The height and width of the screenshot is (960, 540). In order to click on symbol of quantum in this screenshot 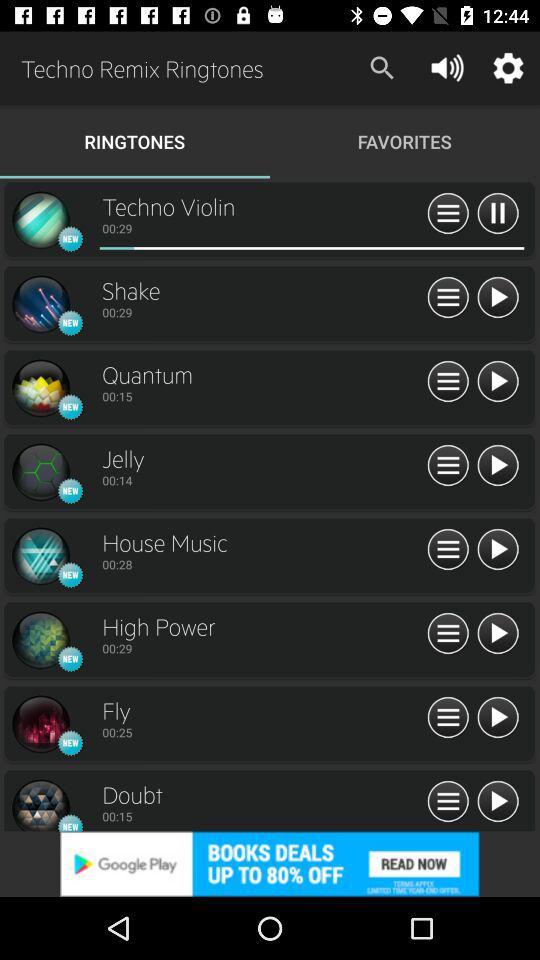, I will do `click(40, 387)`.